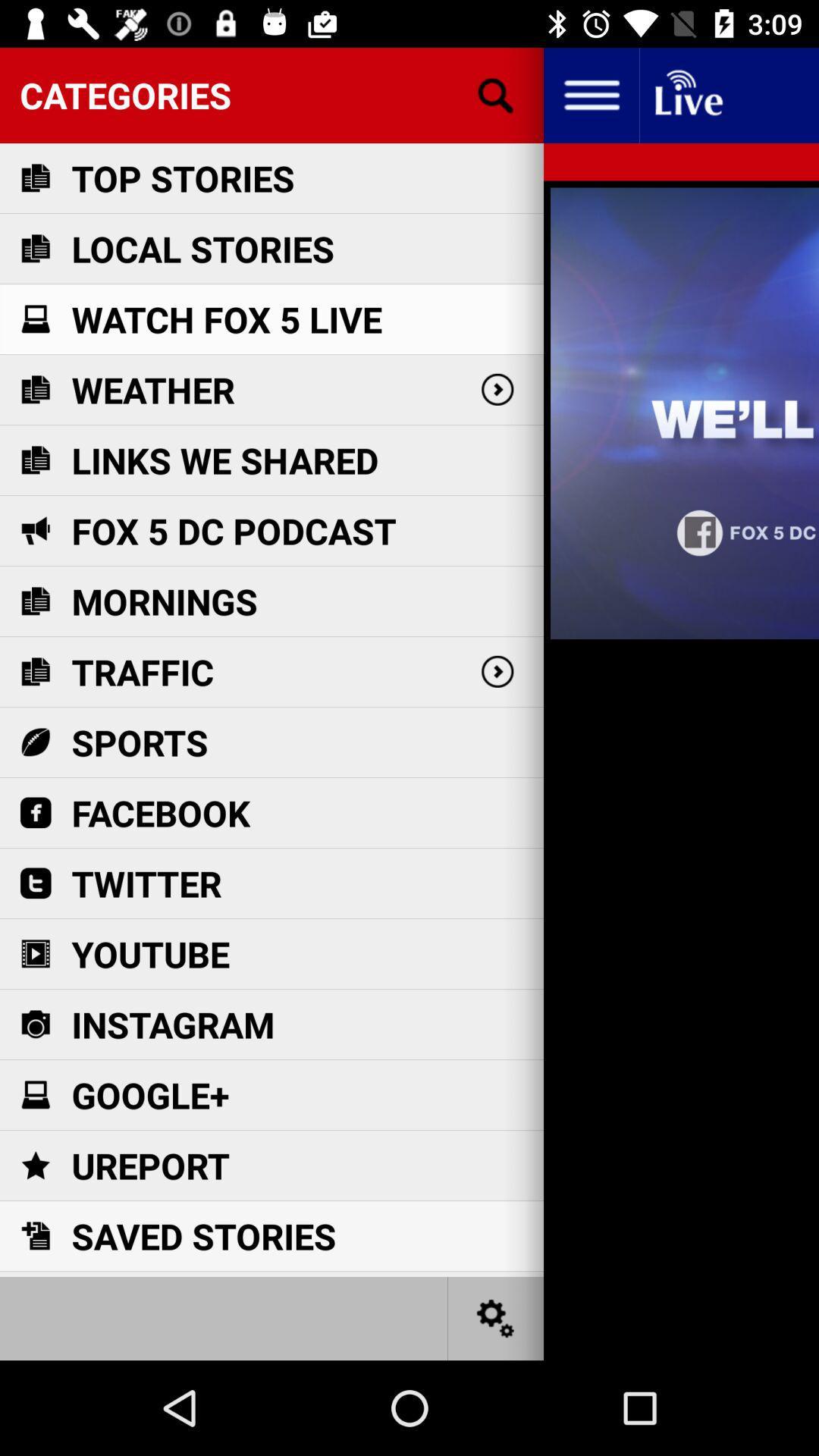 The width and height of the screenshot is (819, 1456). Describe the element at coordinates (143, 671) in the screenshot. I see `item below mornings item` at that location.